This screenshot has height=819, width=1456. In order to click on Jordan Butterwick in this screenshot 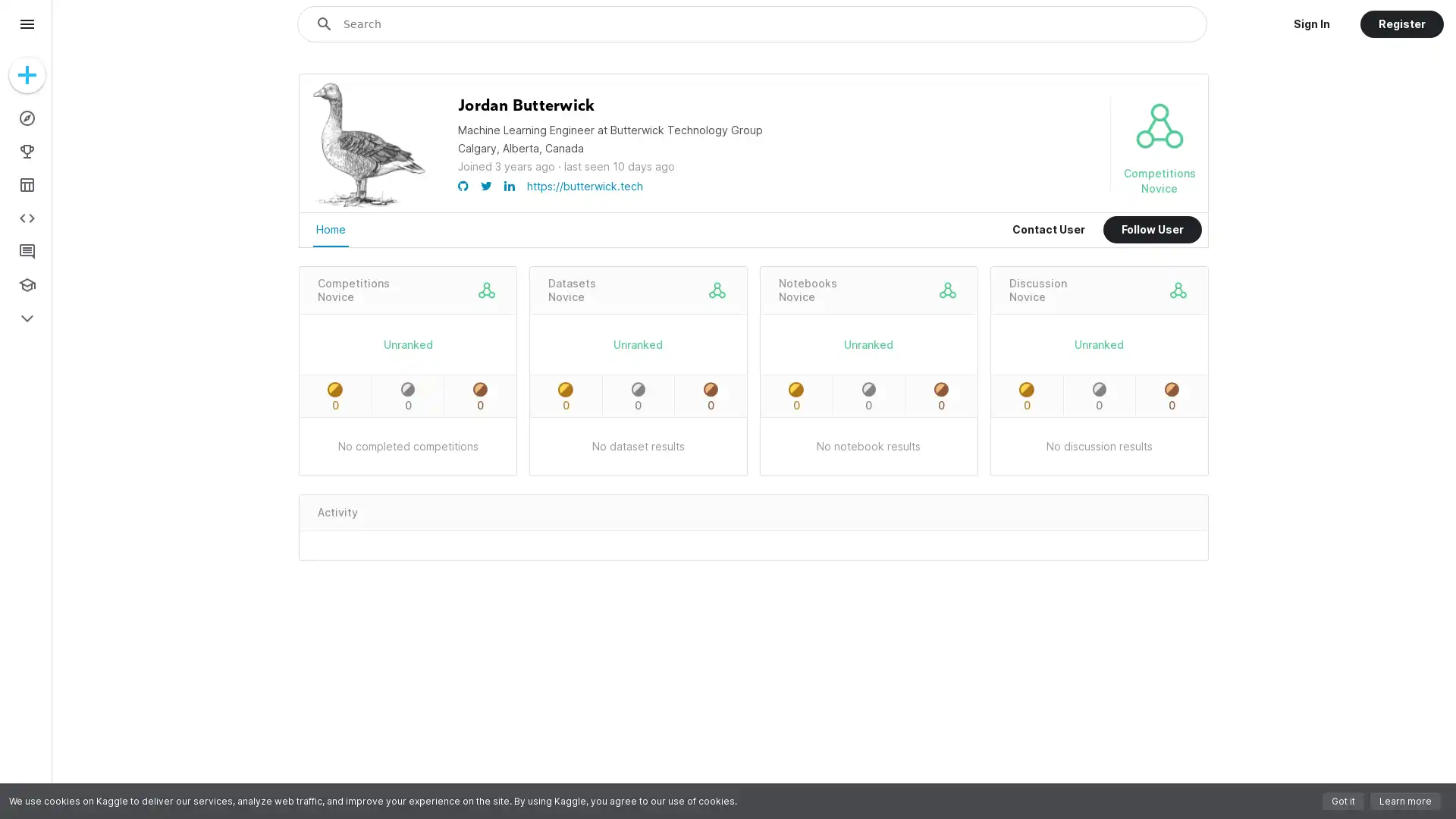, I will do `click(526, 105)`.